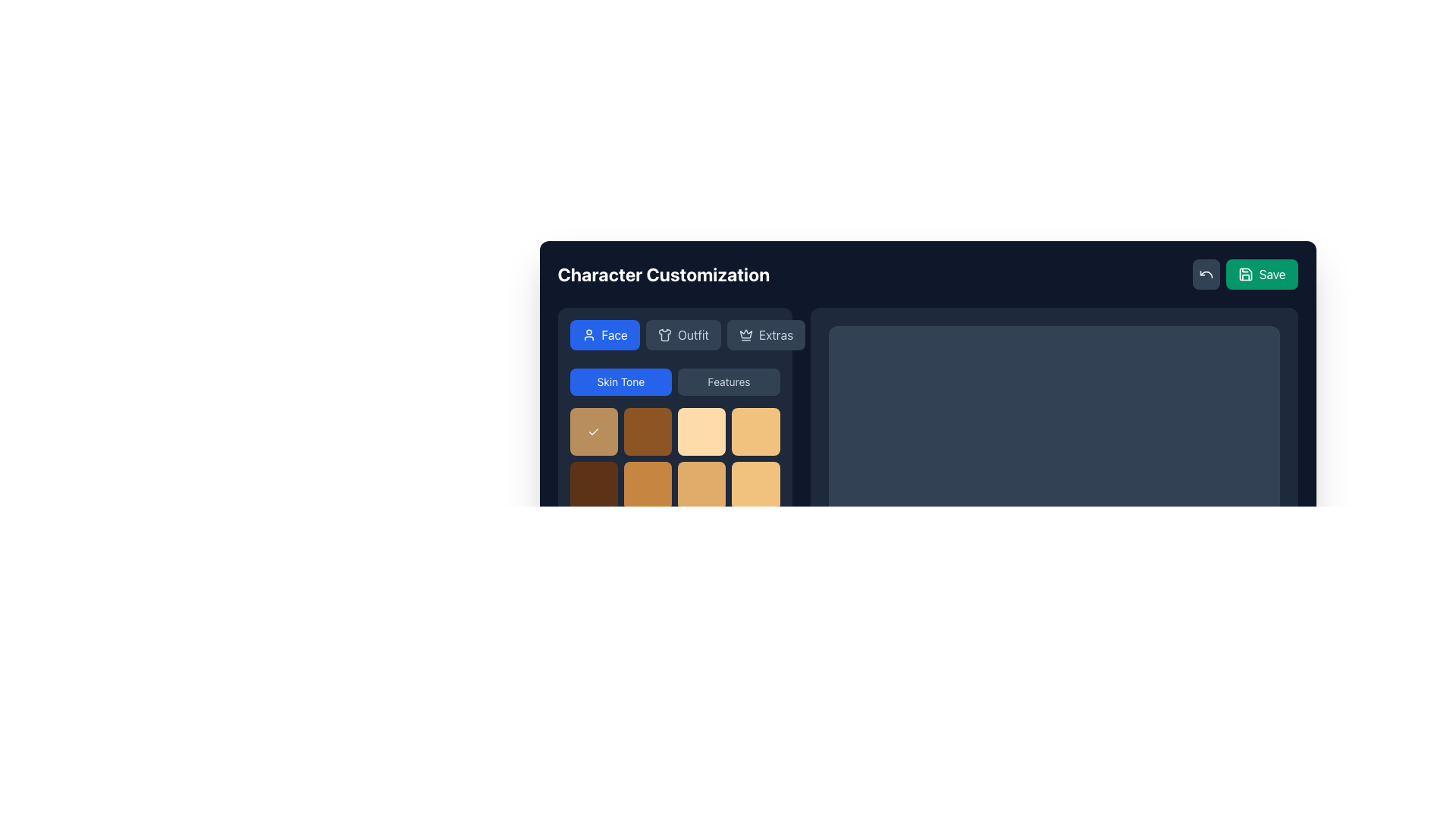  What do you see at coordinates (674, 440) in the screenshot?
I see `the Selectable color option for skin tone customization located in the third column of the first row of the grid` at bounding box center [674, 440].